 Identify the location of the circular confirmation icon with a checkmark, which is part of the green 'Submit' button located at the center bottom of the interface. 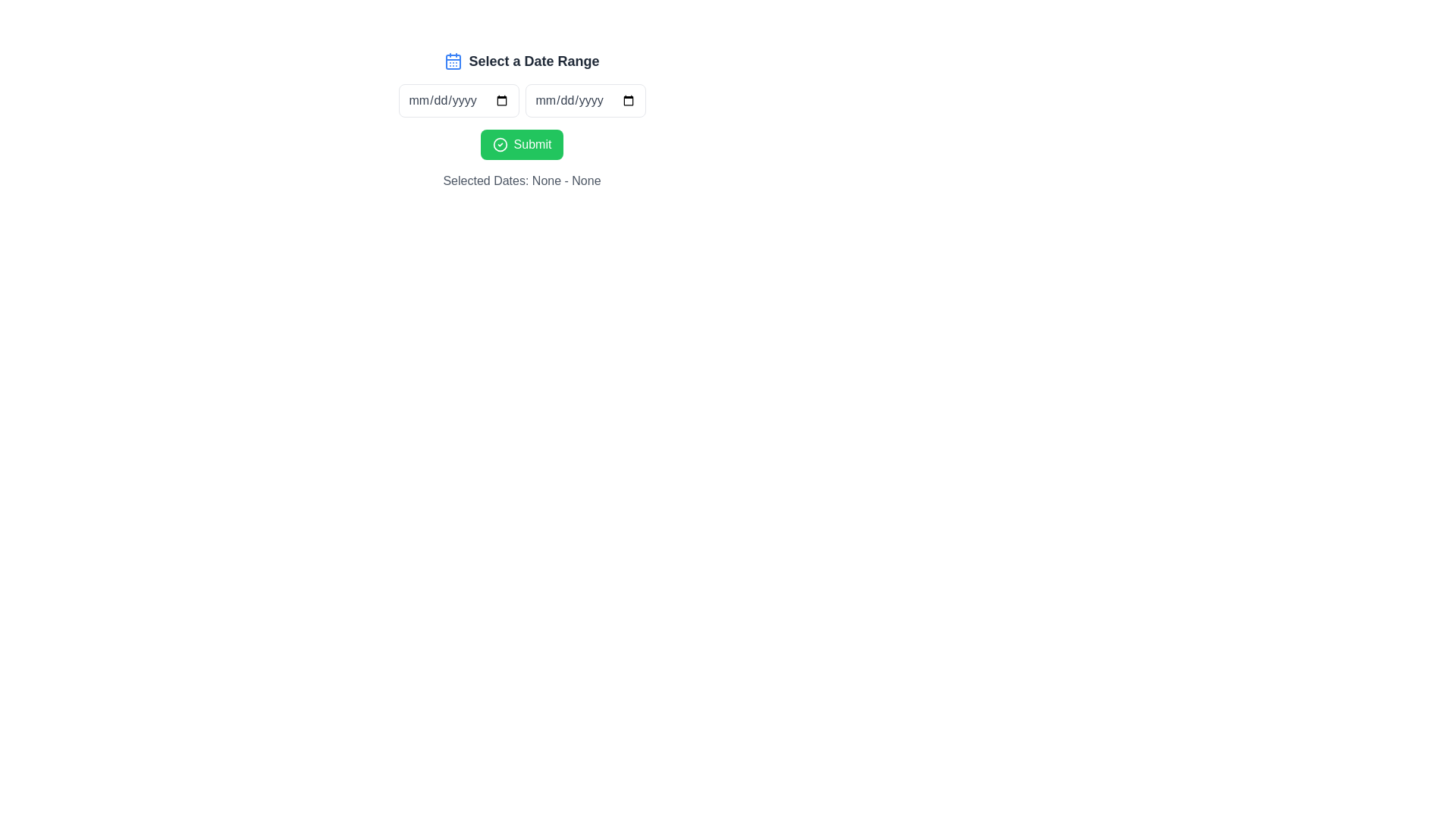
(500, 145).